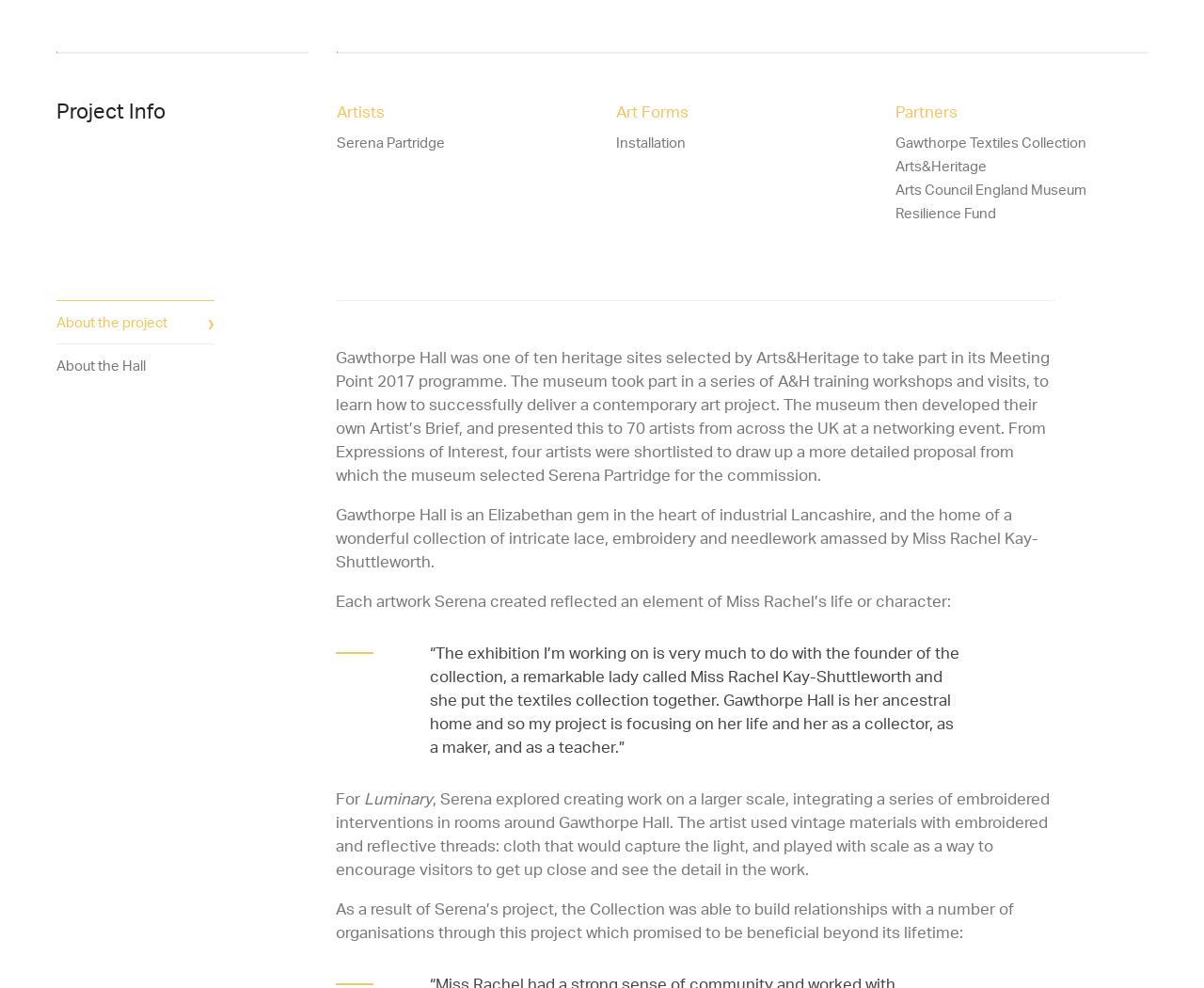 The width and height of the screenshot is (1204, 988). I want to click on 'Artists', so click(335, 110).